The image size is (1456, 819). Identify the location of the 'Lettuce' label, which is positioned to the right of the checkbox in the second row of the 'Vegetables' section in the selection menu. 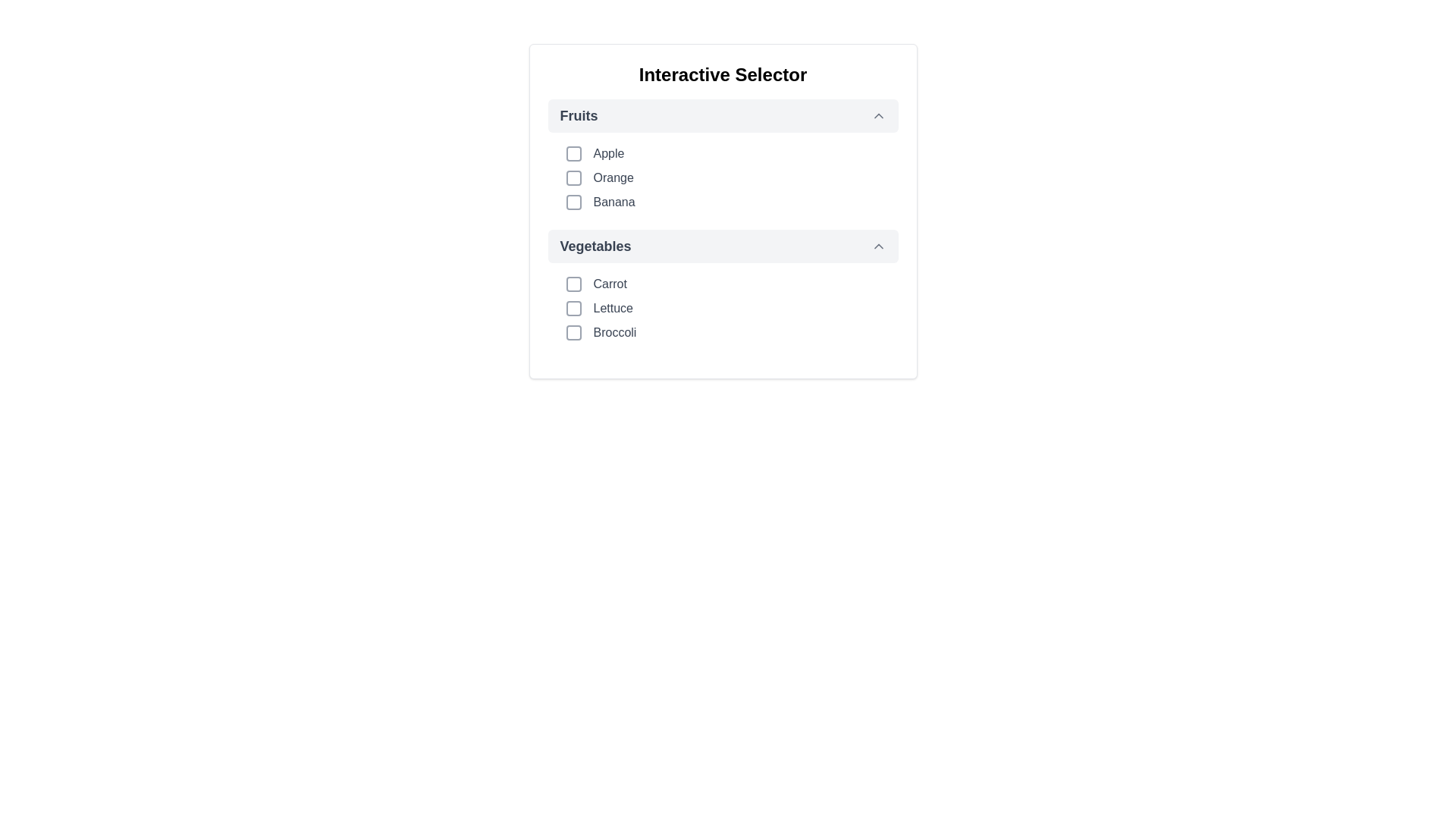
(613, 308).